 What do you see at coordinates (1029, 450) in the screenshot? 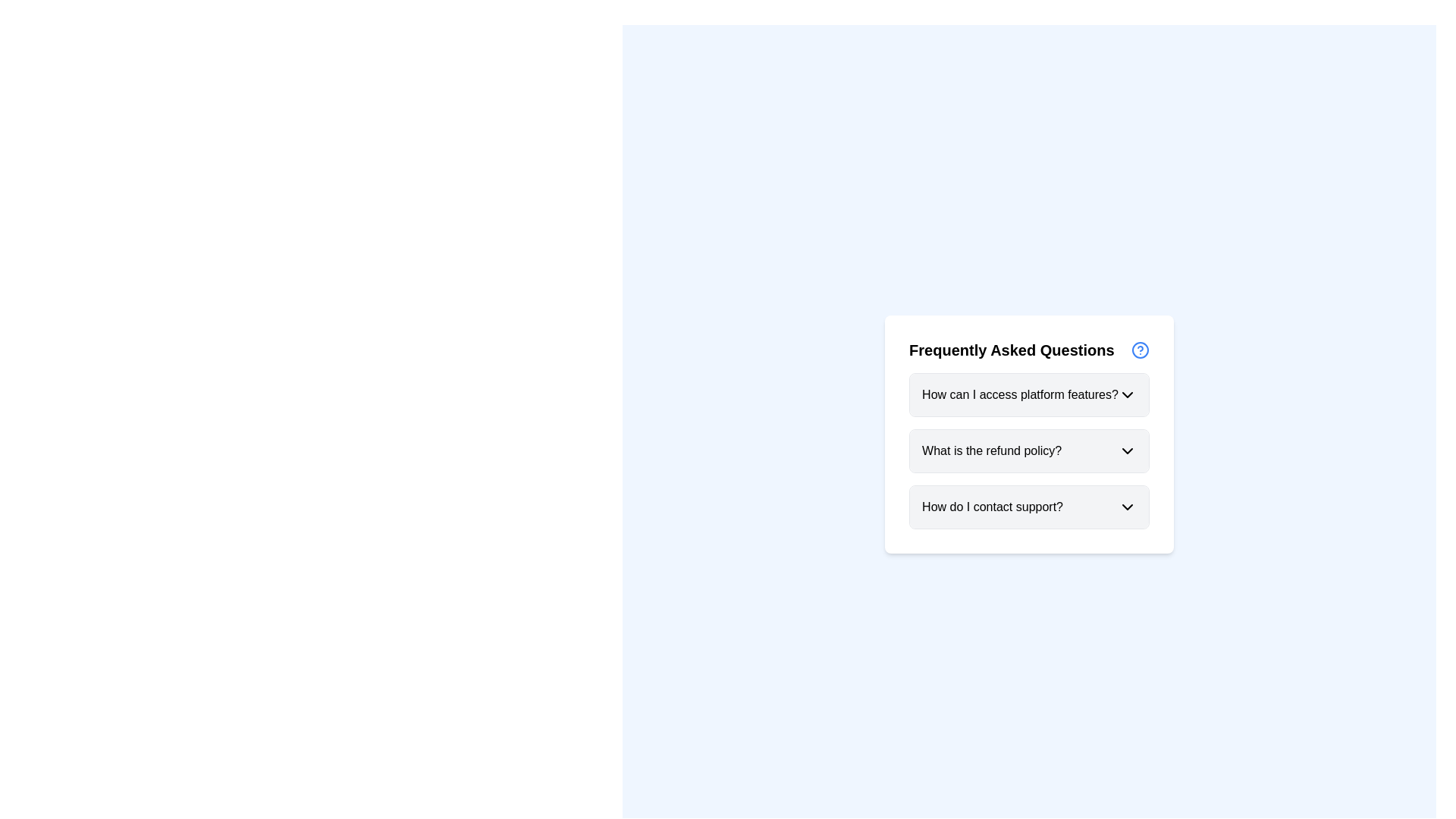
I see `the collapsible list item element labeled 'What is the refund policy?' in the 'Frequently Asked Questions' section` at bounding box center [1029, 450].